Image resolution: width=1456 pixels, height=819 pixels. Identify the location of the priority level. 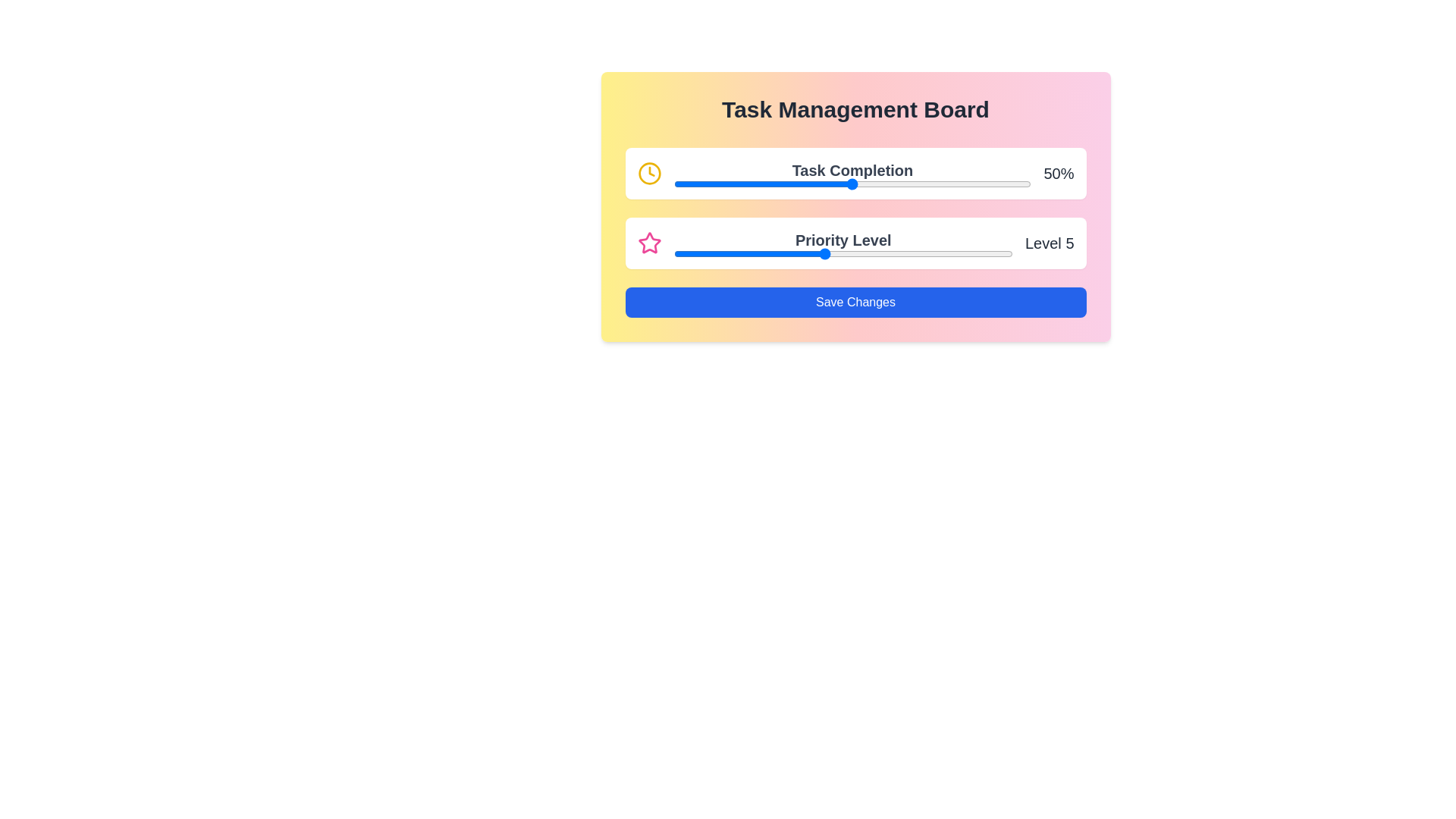
(862, 253).